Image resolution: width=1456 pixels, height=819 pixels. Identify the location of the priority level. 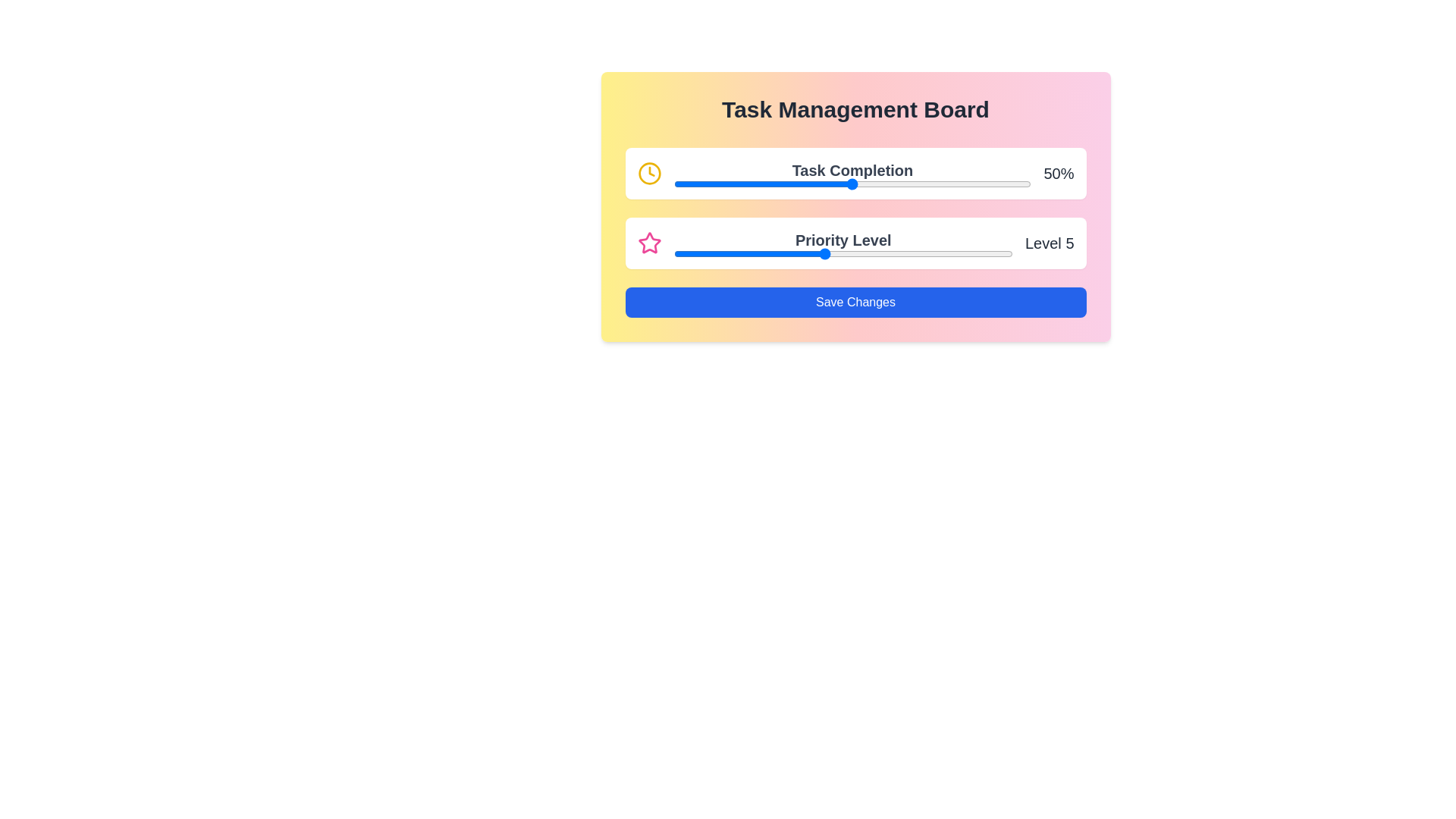
(862, 253).